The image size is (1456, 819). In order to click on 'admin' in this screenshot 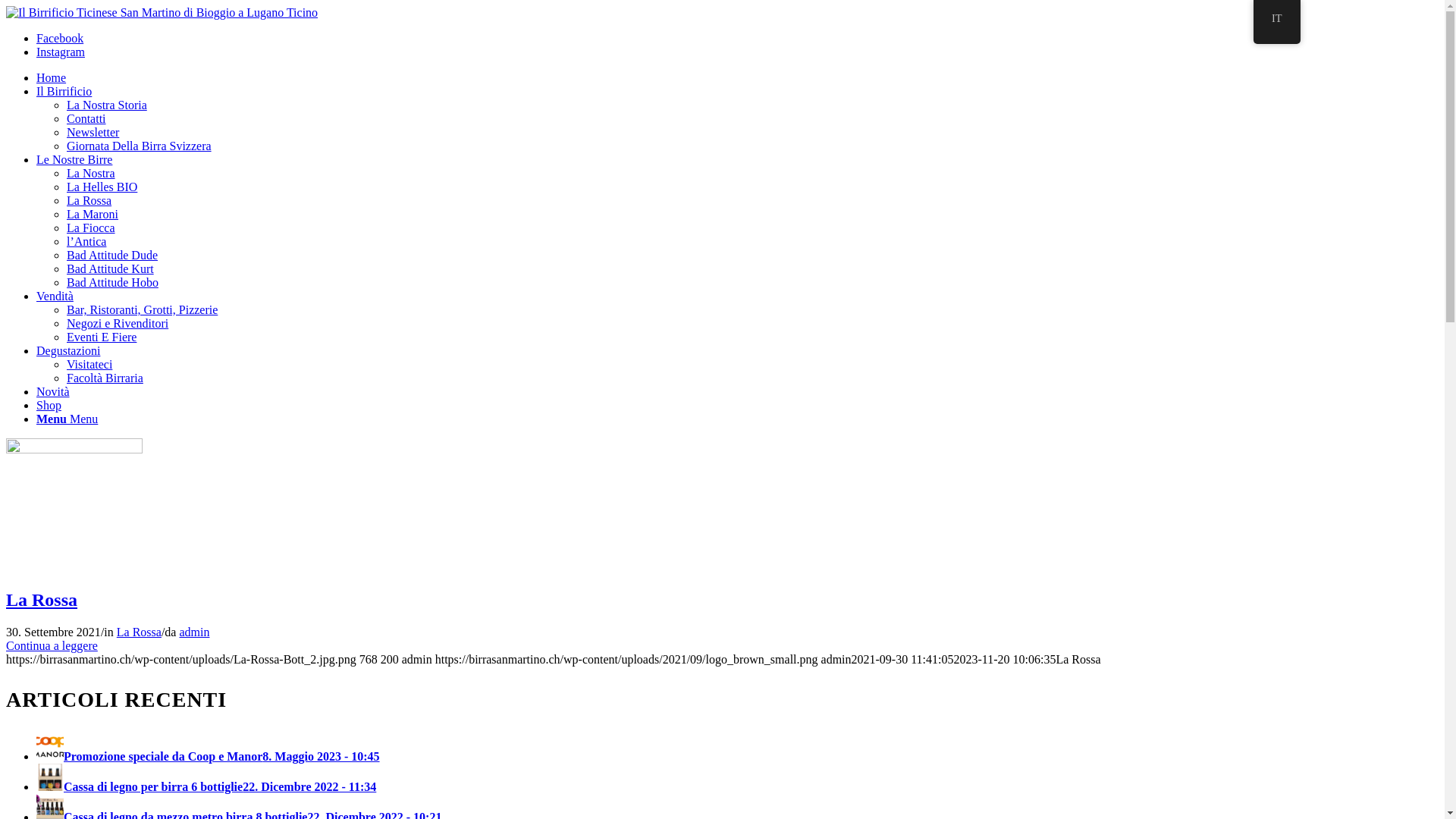, I will do `click(193, 632)`.